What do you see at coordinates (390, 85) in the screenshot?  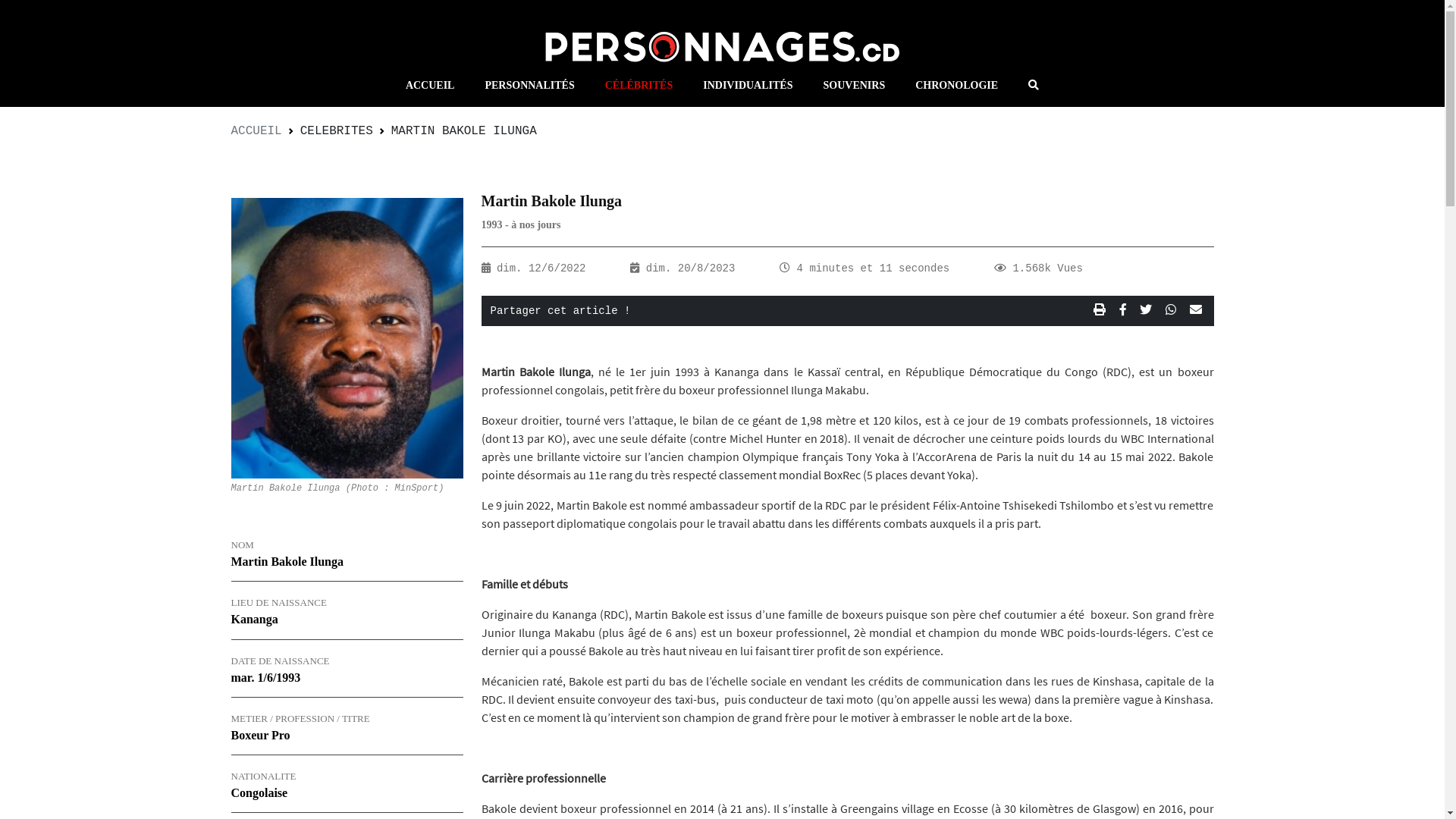 I see `'ACCUEIL'` at bounding box center [390, 85].